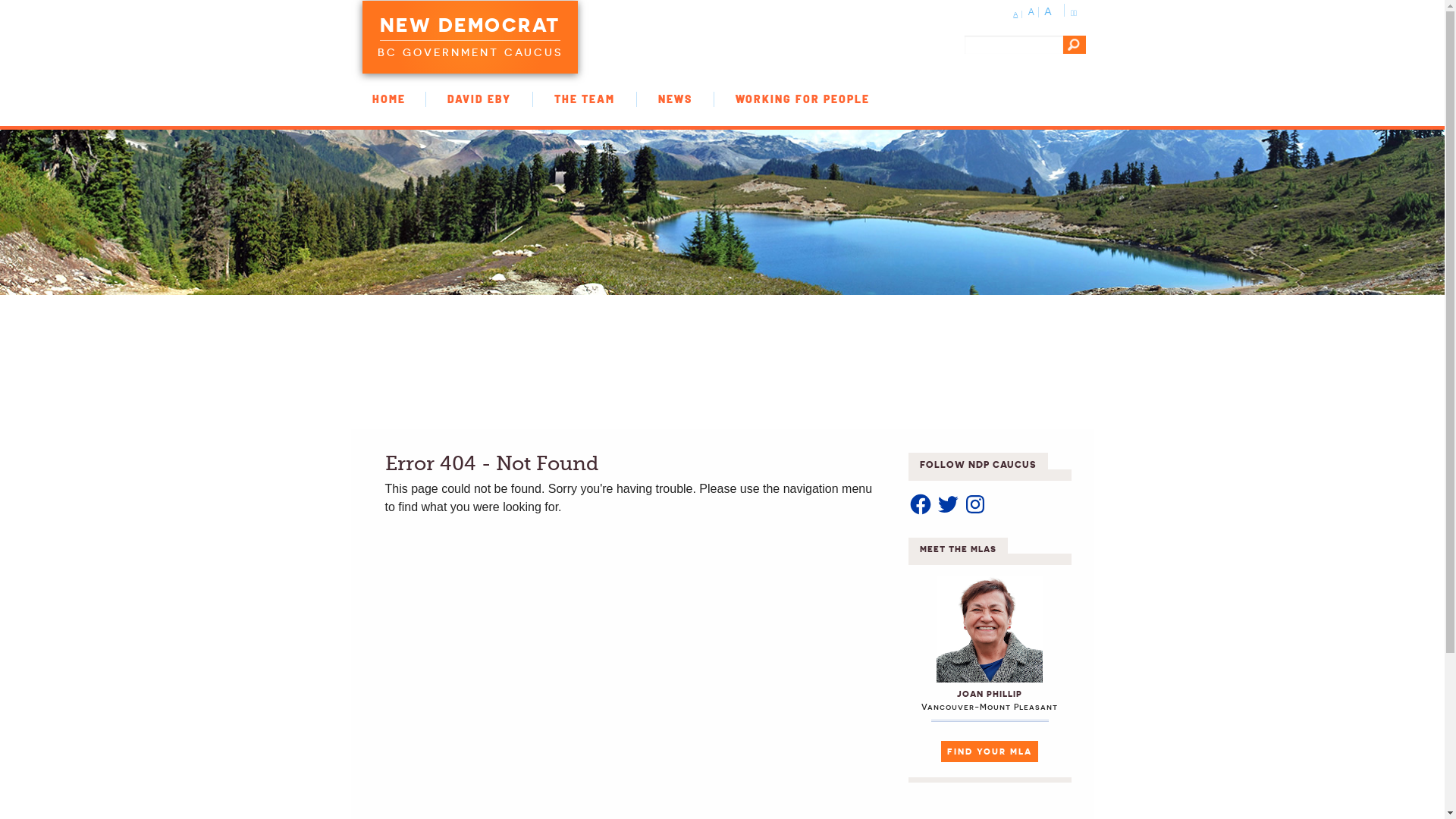  What do you see at coordinates (674, 99) in the screenshot?
I see `'NEWS'` at bounding box center [674, 99].